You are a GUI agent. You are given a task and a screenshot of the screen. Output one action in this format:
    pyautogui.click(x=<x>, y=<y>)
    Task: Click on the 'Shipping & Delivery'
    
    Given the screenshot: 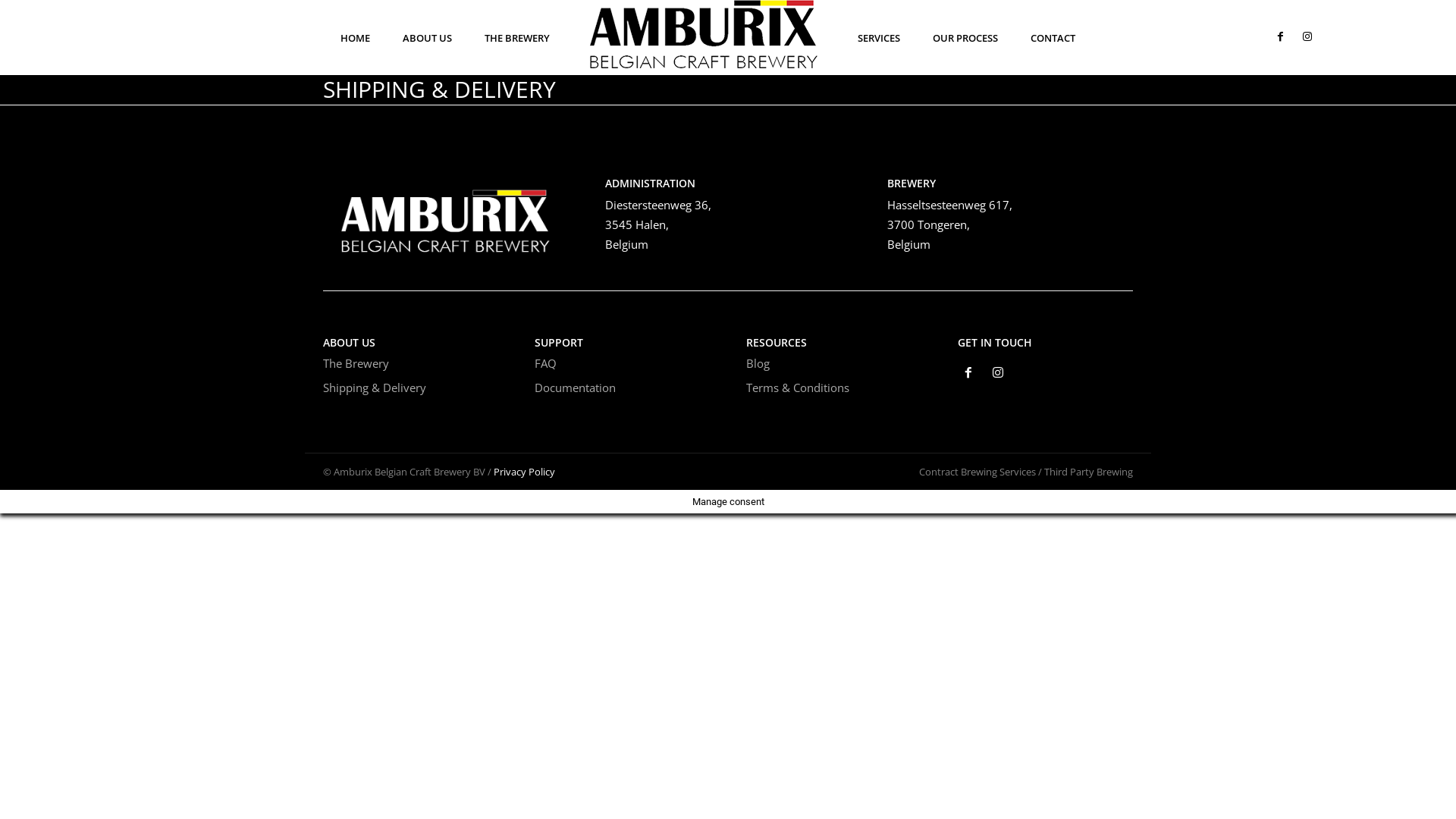 What is the action you would take?
    pyautogui.click(x=375, y=386)
    